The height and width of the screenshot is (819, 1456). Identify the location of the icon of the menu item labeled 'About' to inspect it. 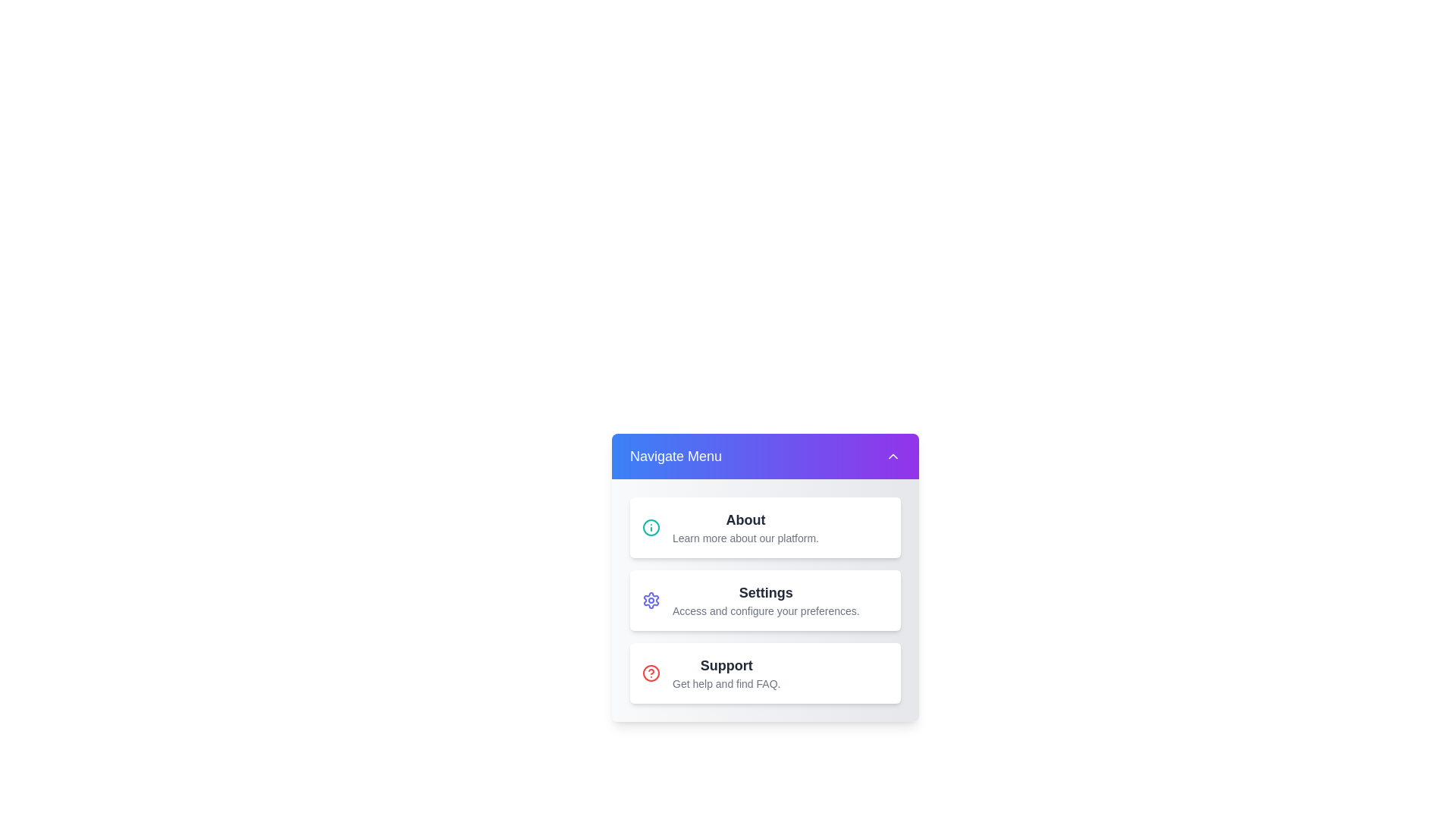
(651, 526).